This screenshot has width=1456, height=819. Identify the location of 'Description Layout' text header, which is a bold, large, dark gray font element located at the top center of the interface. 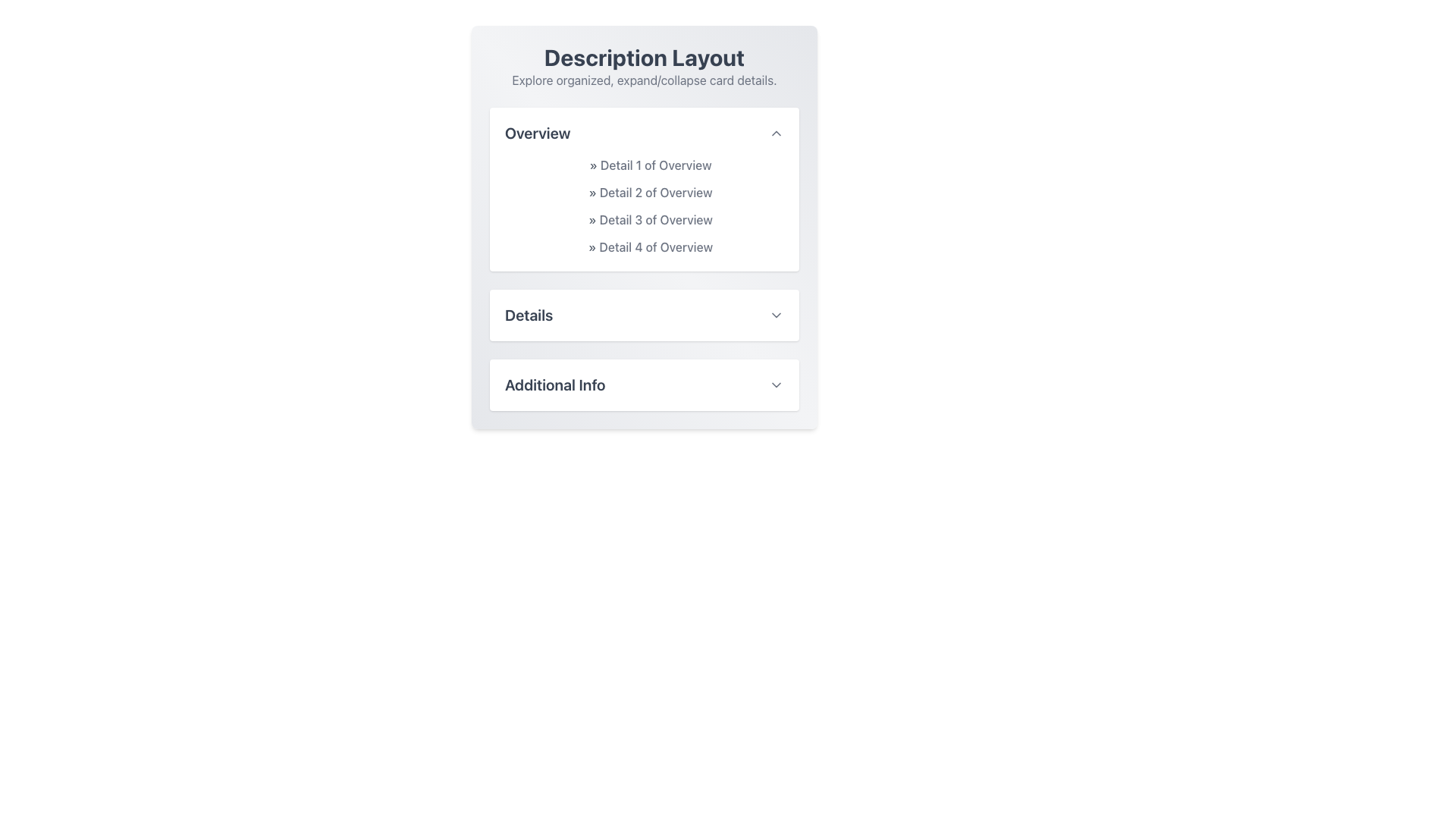
(644, 57).